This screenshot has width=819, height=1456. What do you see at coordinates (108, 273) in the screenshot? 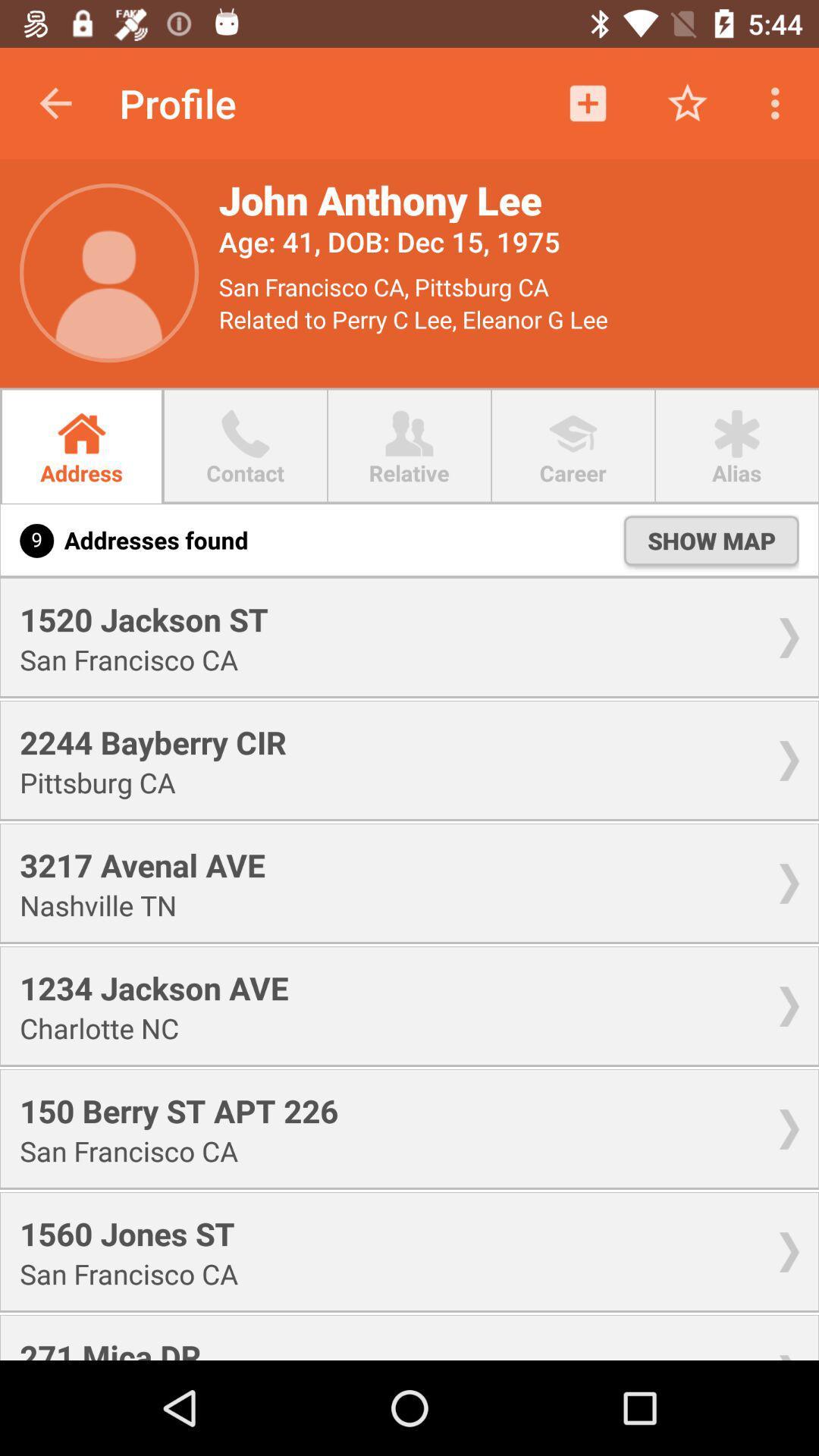
I see `profile picture icon` at bounding box center [108, 273].